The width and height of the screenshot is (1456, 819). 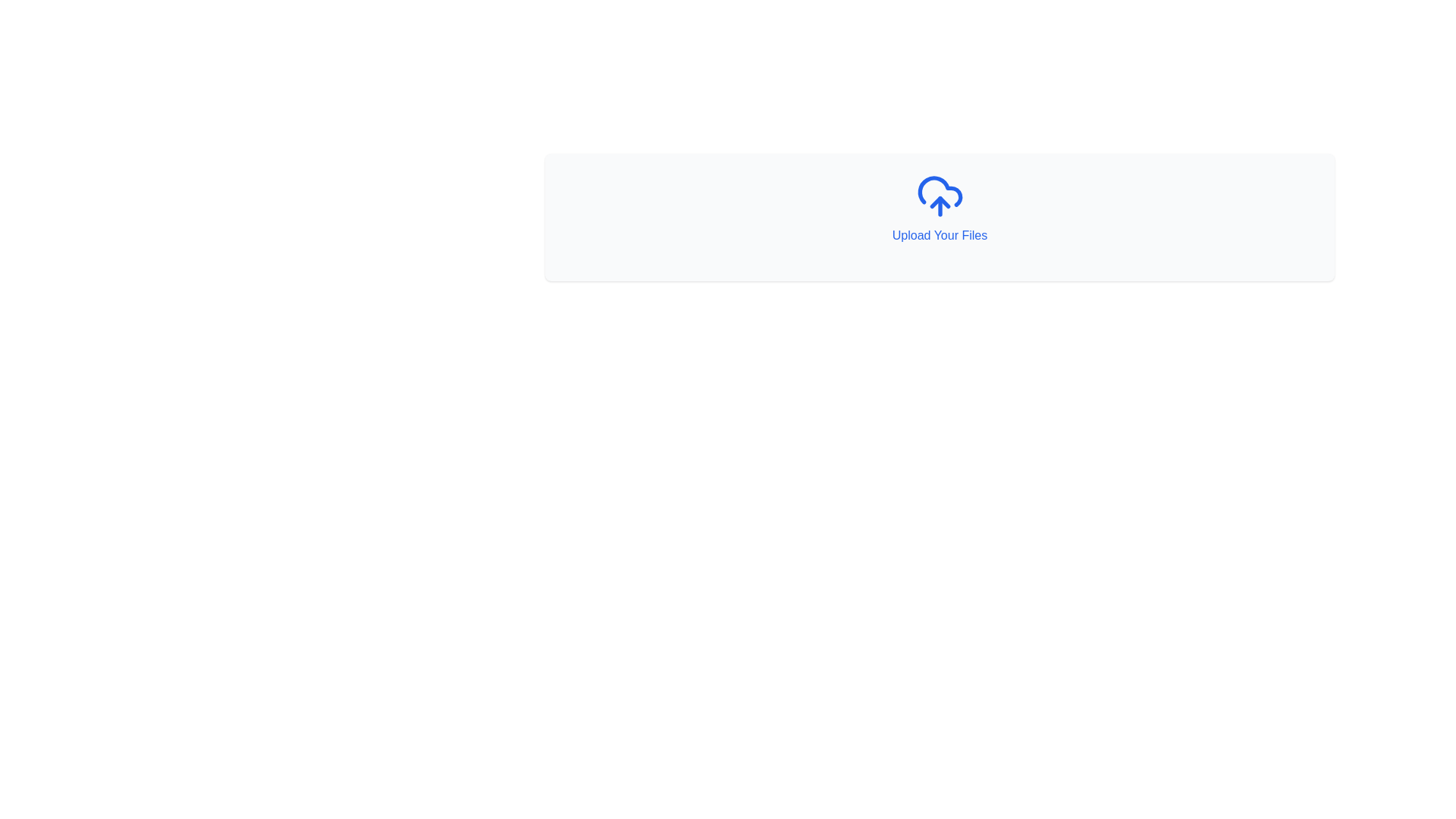 I want to click on the text label that says 'Upload Your Files', which is styled in blue and located below a cloud icon in a white rectangular interface, so click(x=939, y=236).